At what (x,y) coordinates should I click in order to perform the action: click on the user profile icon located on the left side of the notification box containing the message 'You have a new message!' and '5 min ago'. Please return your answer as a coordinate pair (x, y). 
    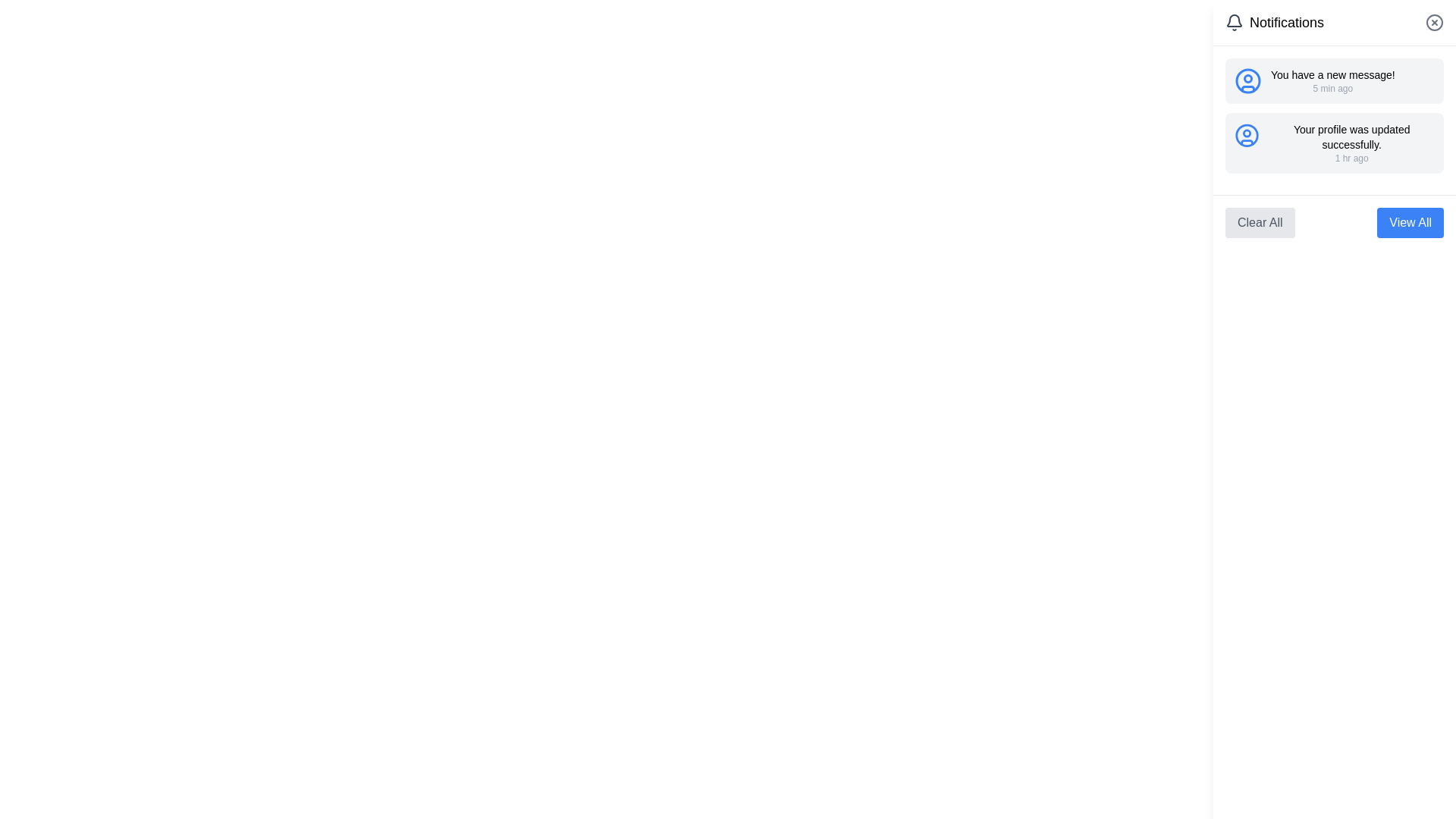
    Looking at the image, I should click on (1248, 81).